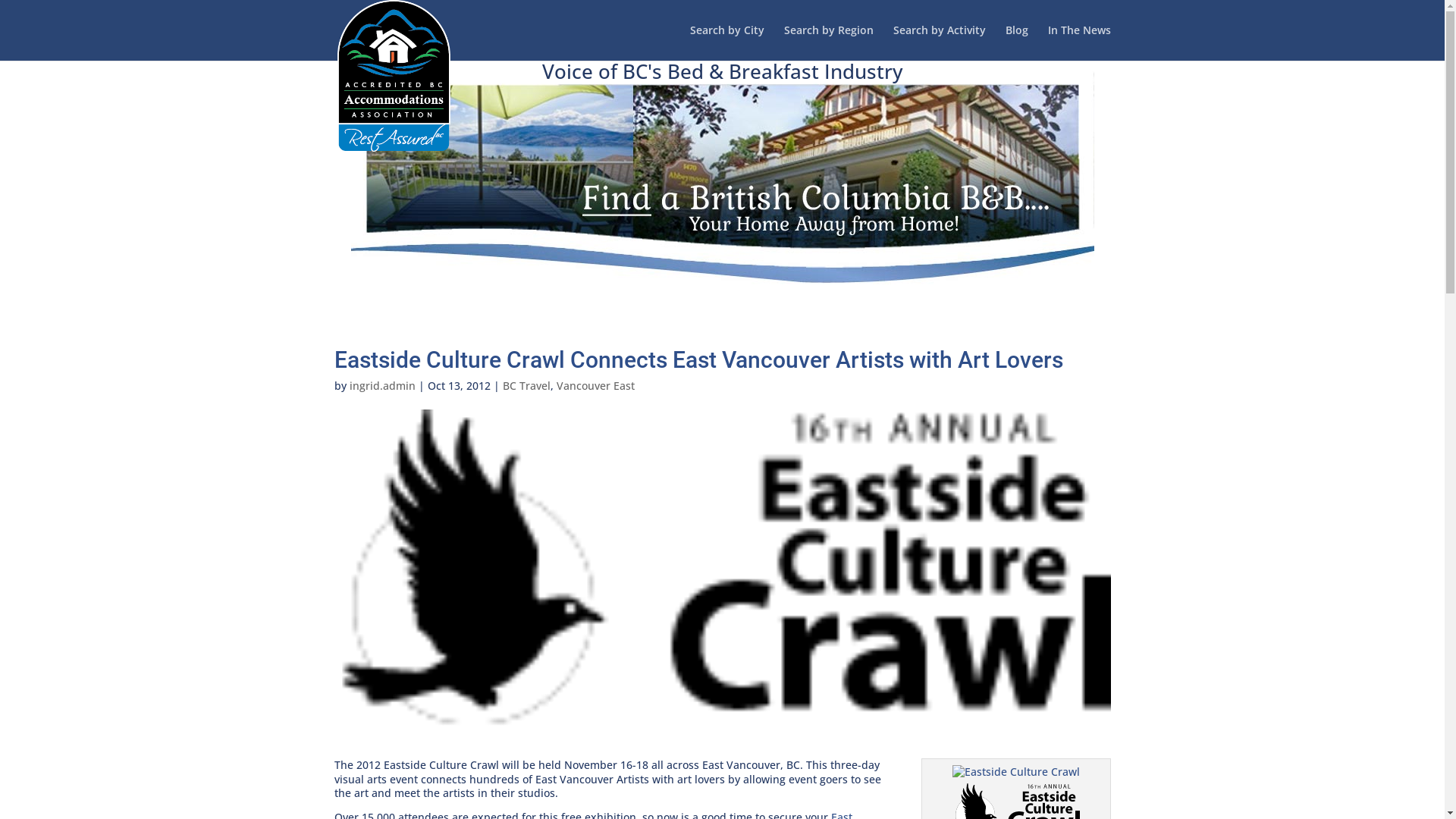 Image resolution: width=1456 pixels, height=819 pixels. What do you see at coordinates (1015, 772) in the screenshot?
I see `'Red Iron 03'` at bounding box center [1015, 772].